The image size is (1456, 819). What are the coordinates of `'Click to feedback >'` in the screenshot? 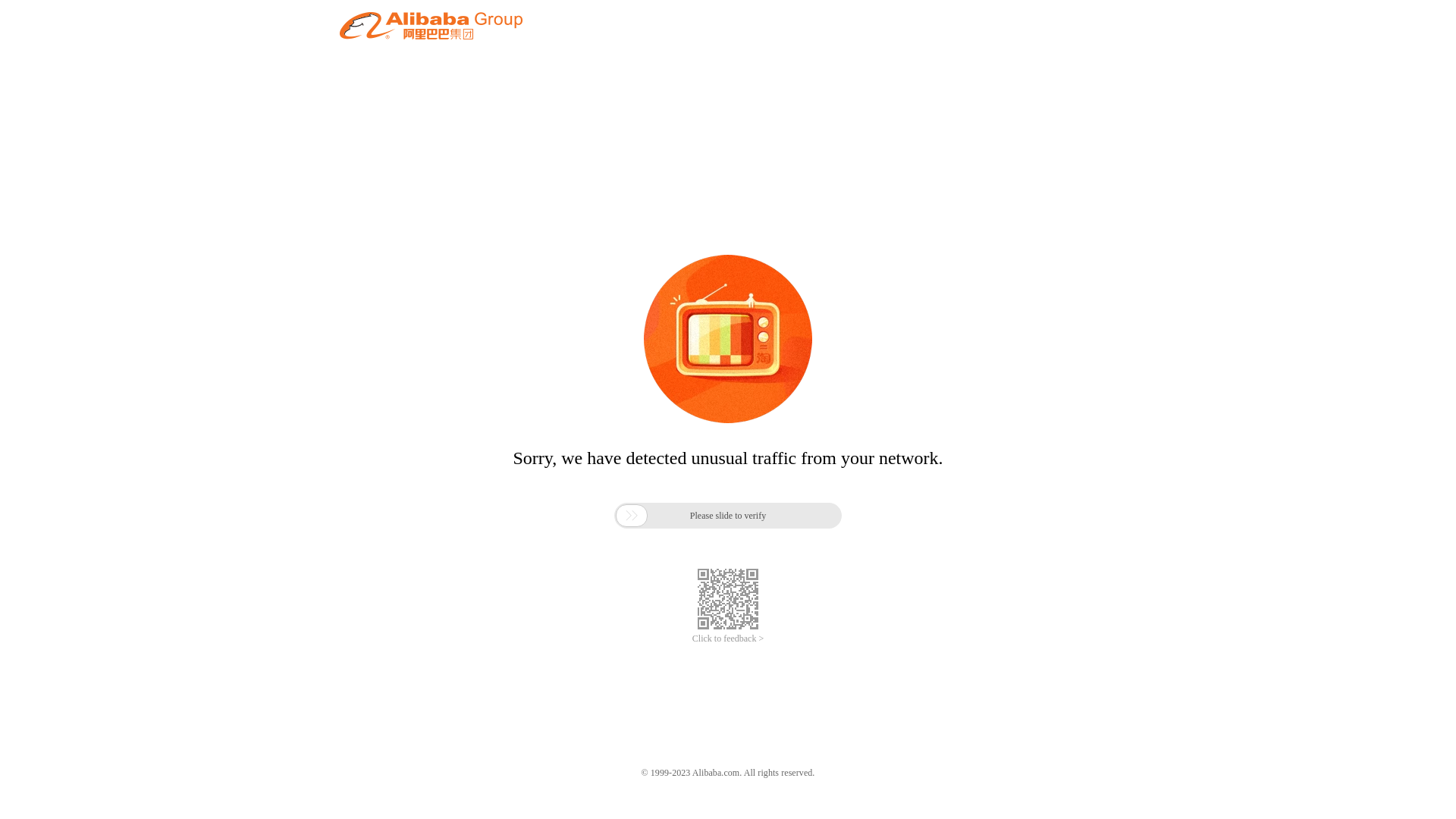 It's located at (728, 639).